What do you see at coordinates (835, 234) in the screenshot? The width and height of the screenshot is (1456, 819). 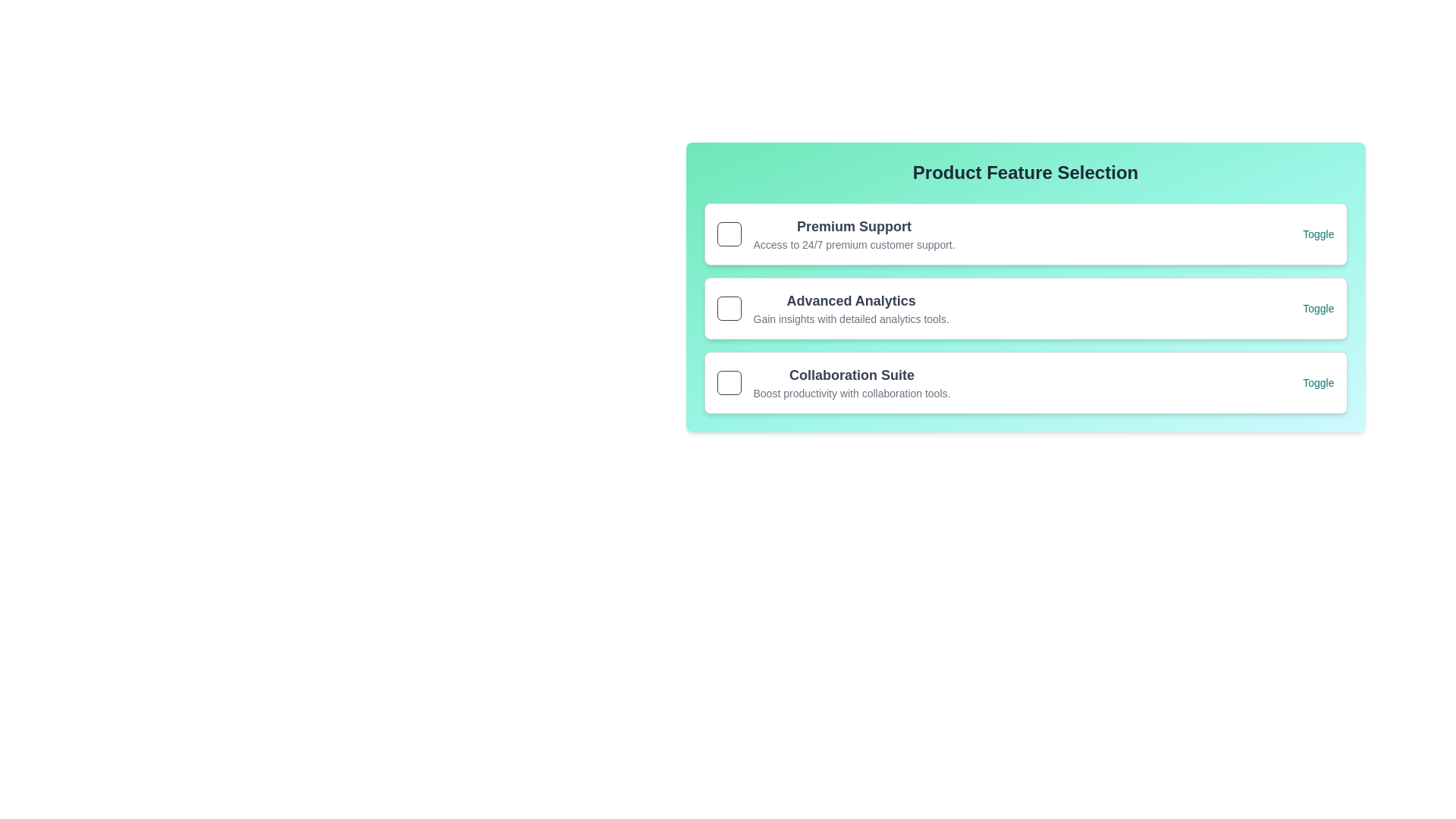 I see `descriptive text label for the 'Premium Support' feature located on the left side of the interface, positioned above the 'Toggle' option and following the checkbox` at bounding box center [835, 234].